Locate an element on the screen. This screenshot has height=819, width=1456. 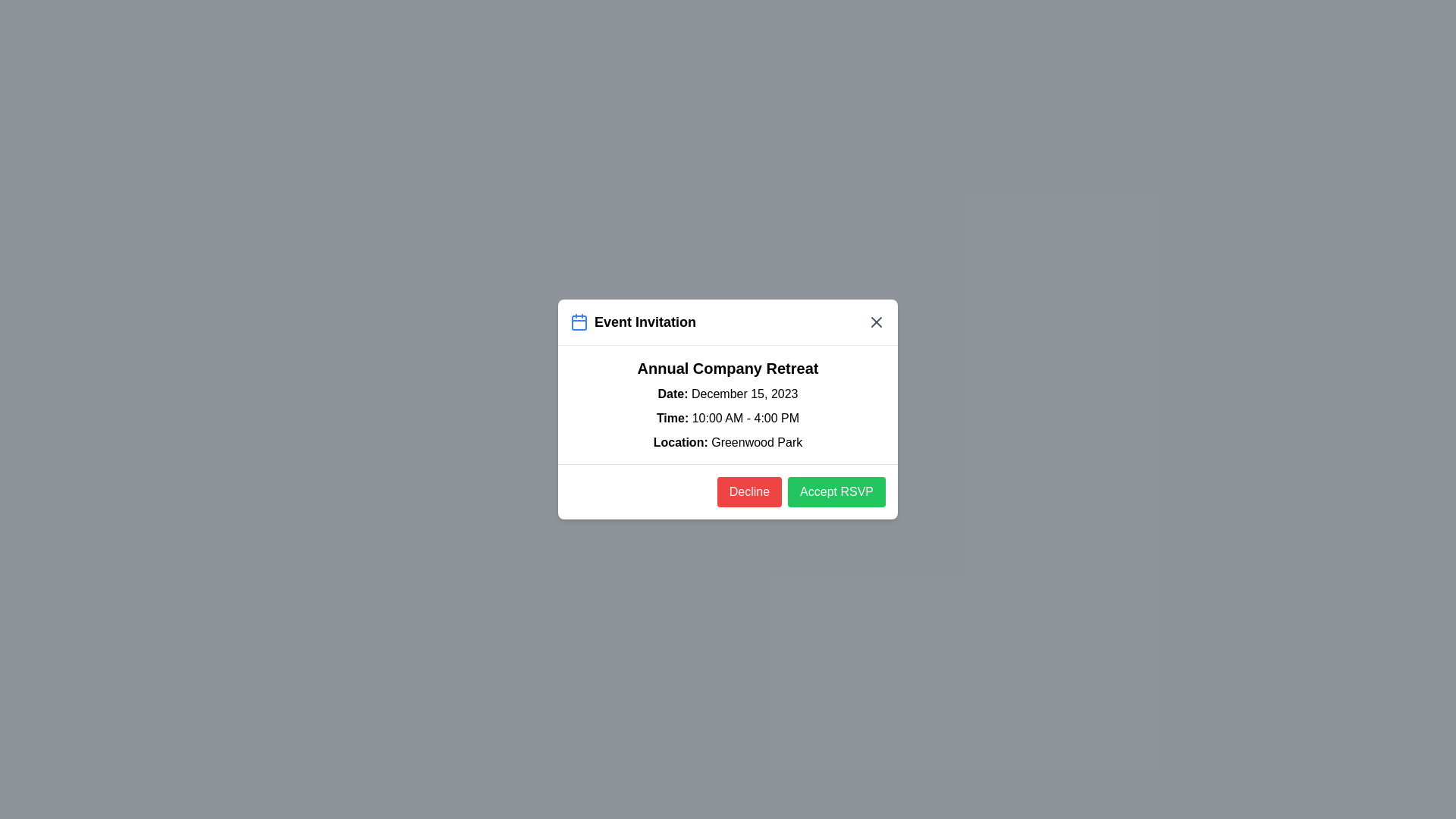
the text label that serves as the title or header for the dialog, positioned in the upper-left part of the dialog box, to the right of a calendar icon is located at coordinates (645, 321).